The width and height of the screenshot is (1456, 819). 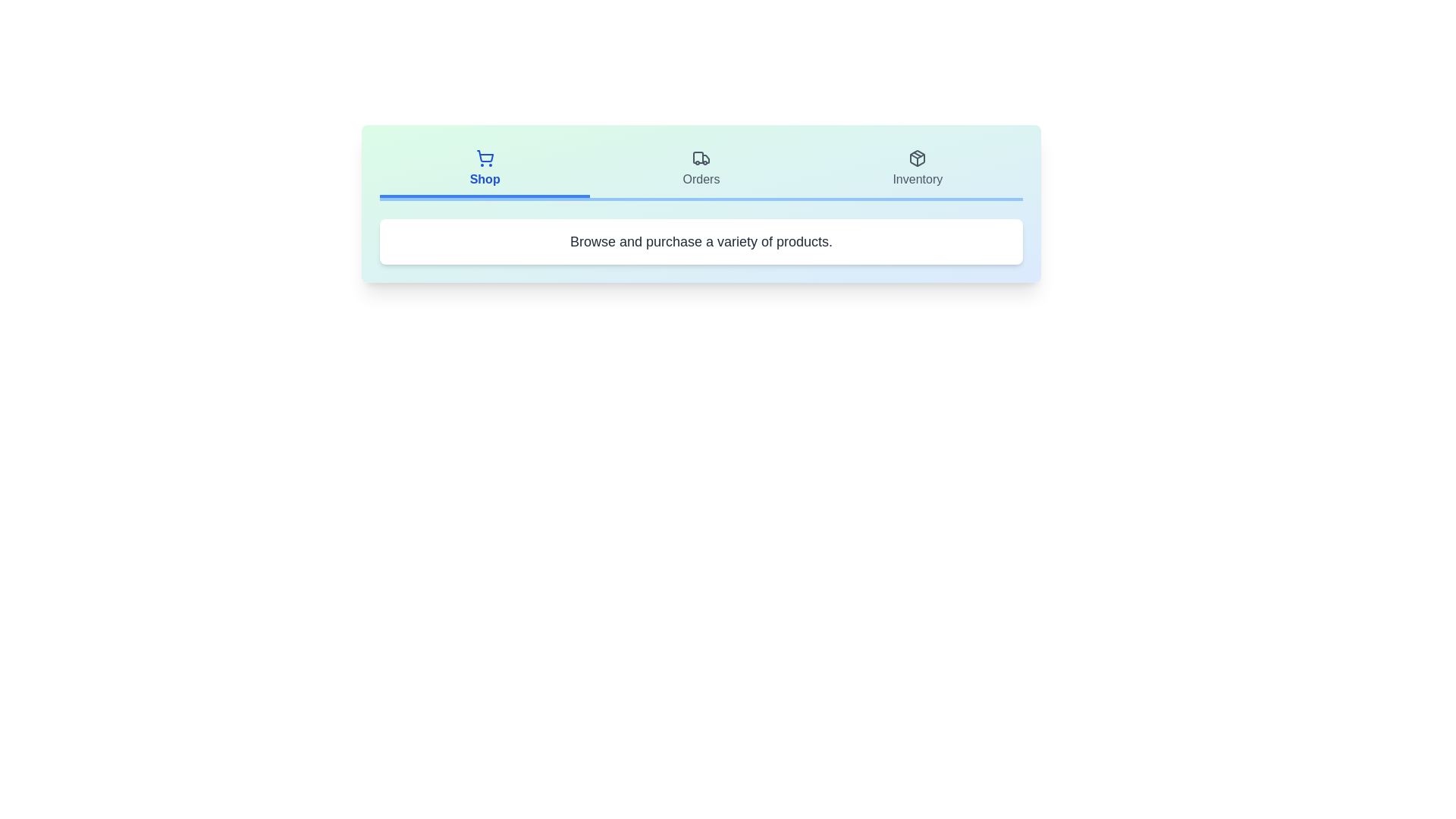 What do you see at coordinates (701, 241) in the screenshot?
I see `the text content displayed in the content area of the active tab` at bounding box center [701, 241].